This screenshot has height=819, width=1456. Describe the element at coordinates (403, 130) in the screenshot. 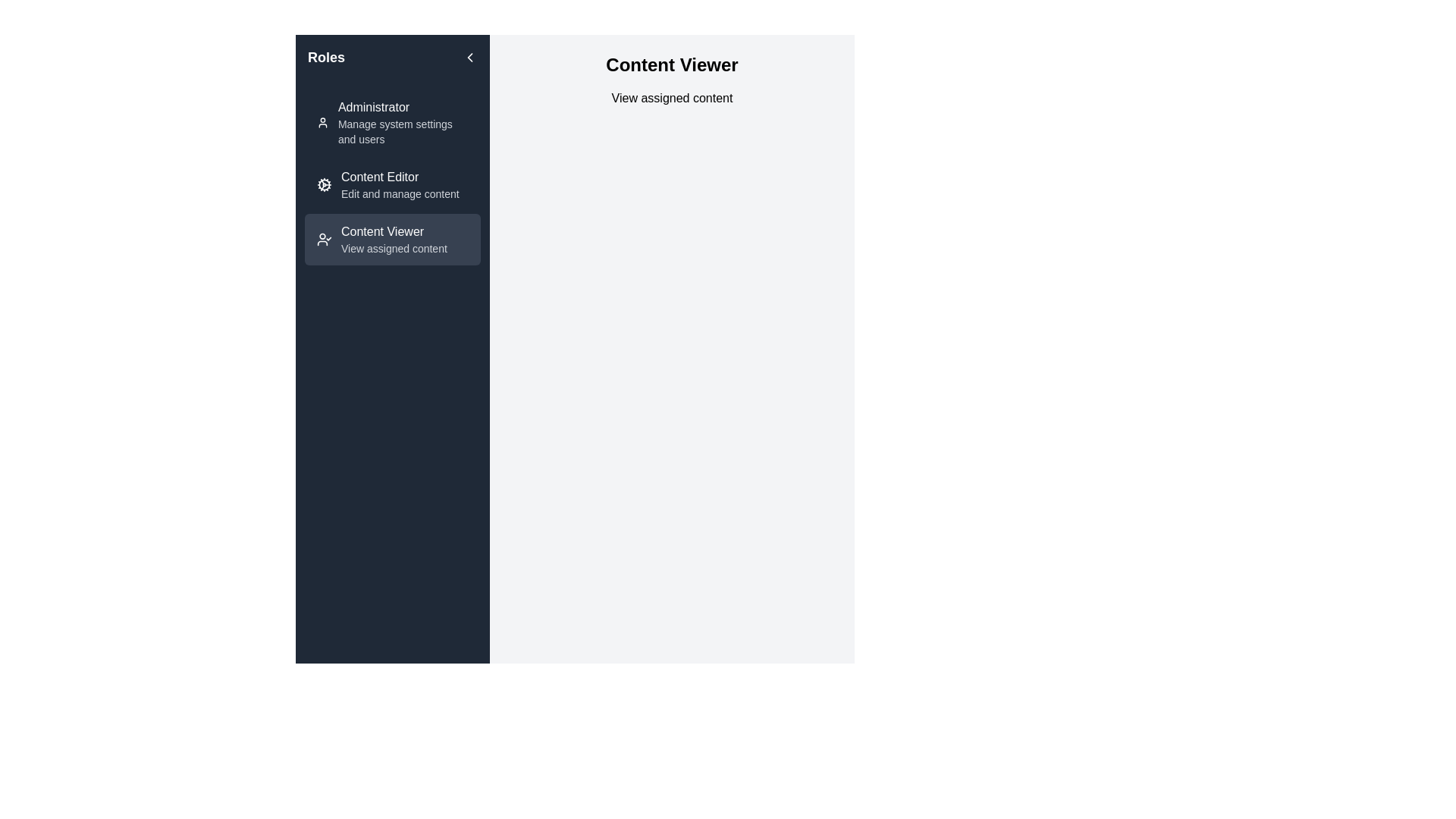

I see `the Text label that describes the Administrator role, located under the 'Administrator' heading in the left sidebar` at that location.